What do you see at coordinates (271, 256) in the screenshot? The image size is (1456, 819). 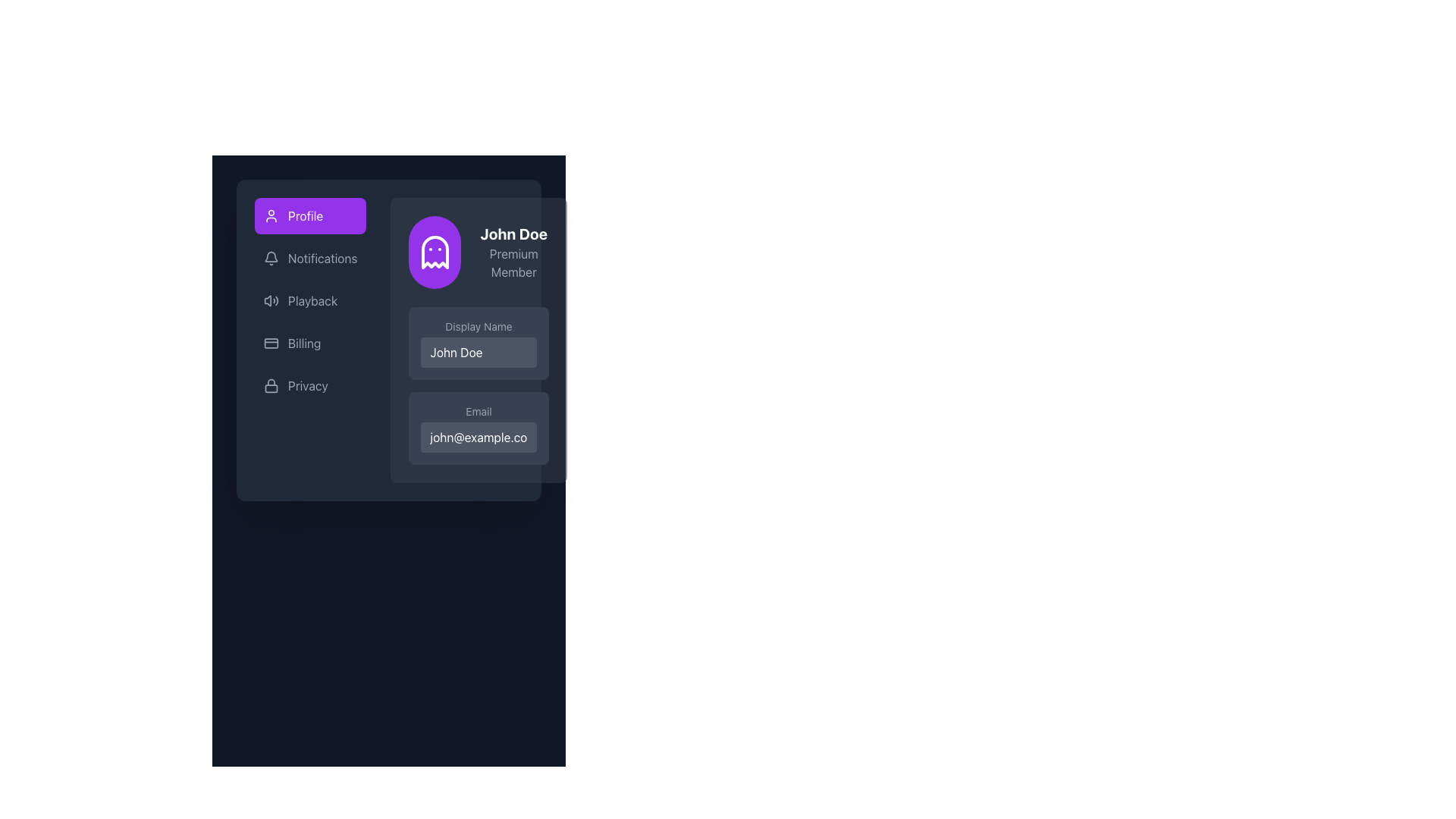 I see `the upper central portion of the bell icon in the sidebar menu, which is styled in a dark foreground color` at bounding box center [271, 256].